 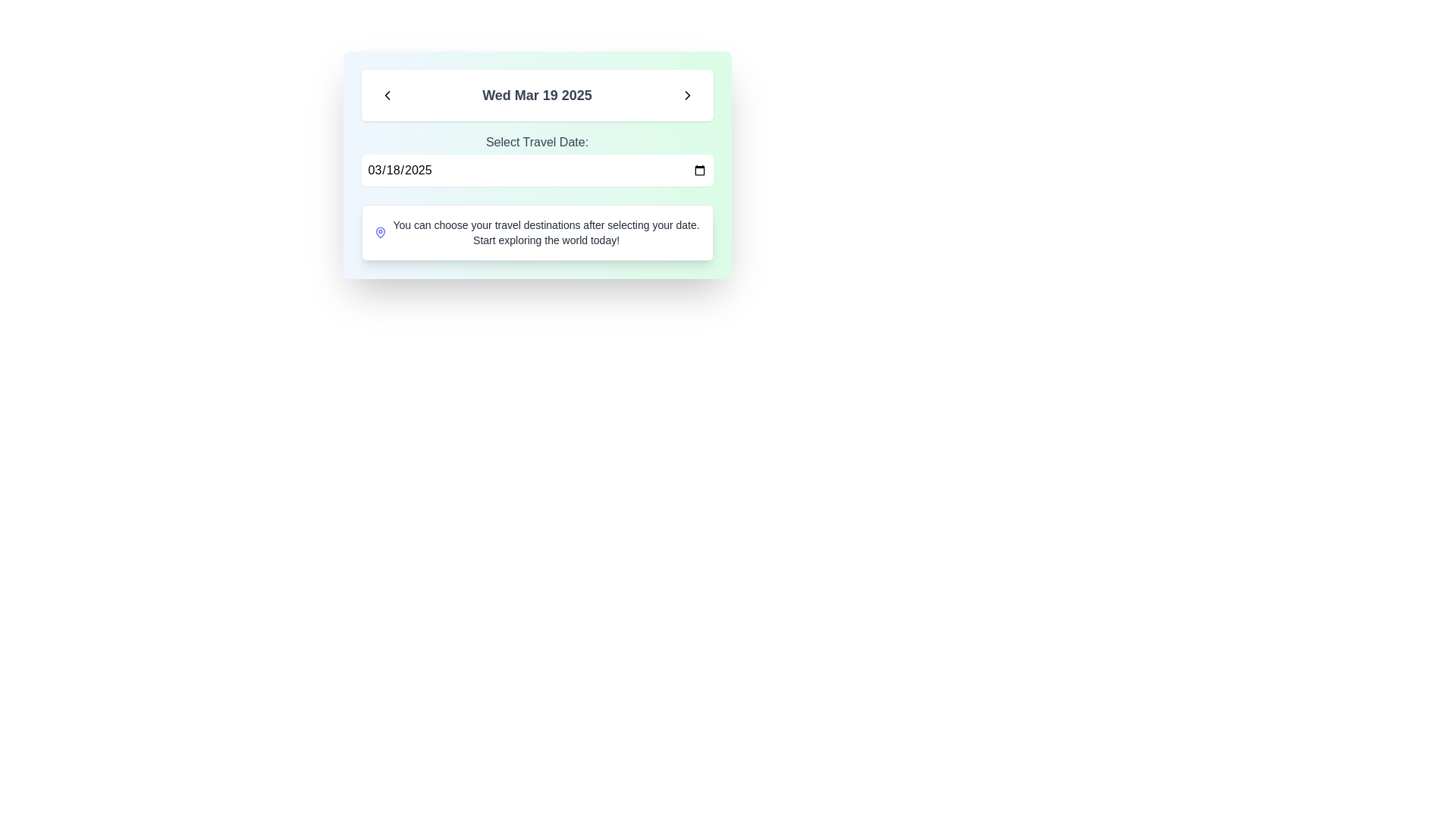 I want to click on the button with an outline style and a left-pointing chevron icon, located to the left of the date text 'Wed Mar 19 2025', so click(x=387, y=96).